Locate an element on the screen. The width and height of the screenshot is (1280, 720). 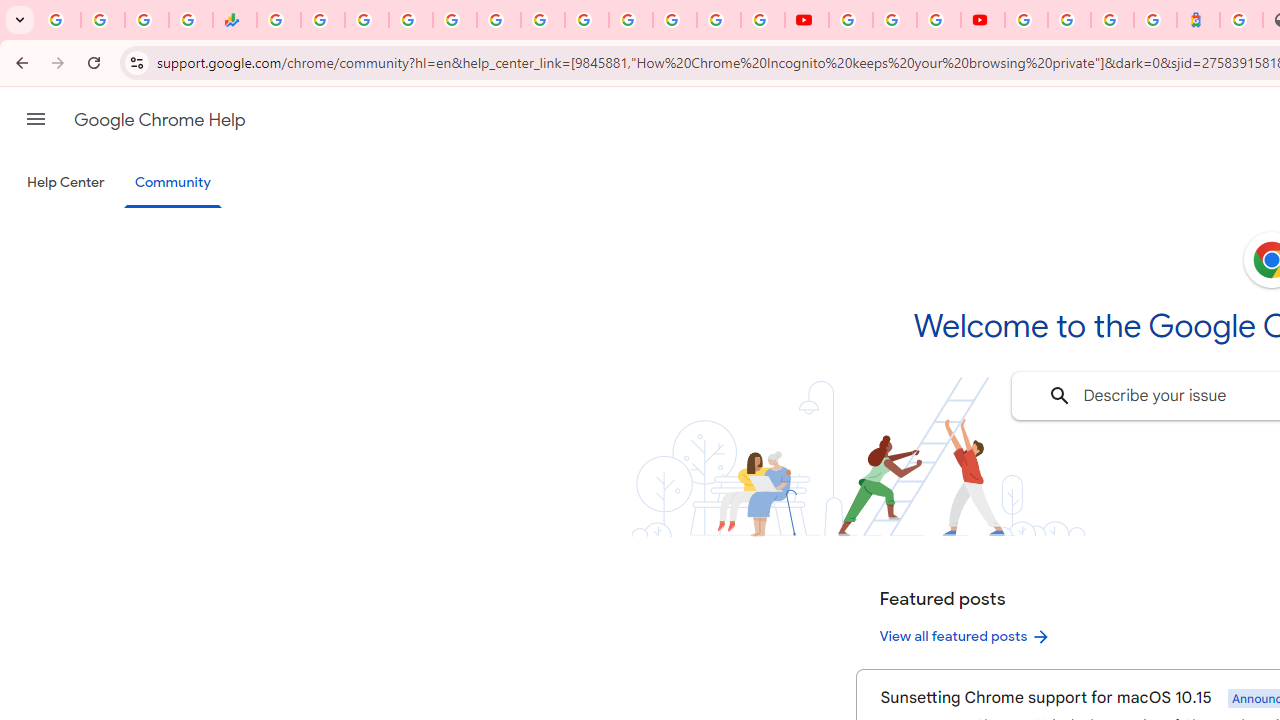
'Google Chrome Help' is located at coordinates (160, 119).